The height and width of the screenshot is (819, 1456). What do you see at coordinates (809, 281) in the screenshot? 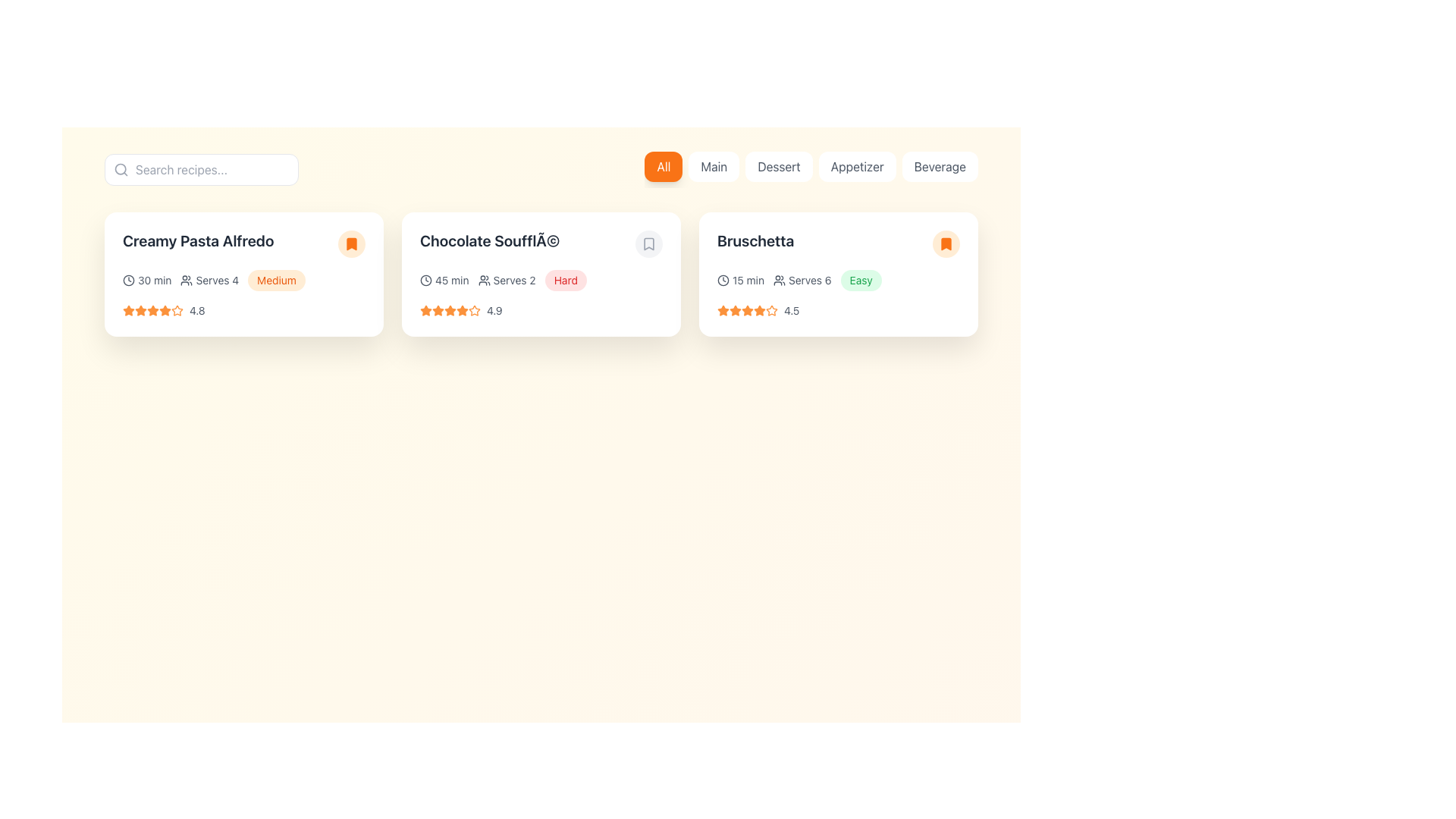
I see `the static text label displaying 'Serves 6'` at bounding box center [809, 281].